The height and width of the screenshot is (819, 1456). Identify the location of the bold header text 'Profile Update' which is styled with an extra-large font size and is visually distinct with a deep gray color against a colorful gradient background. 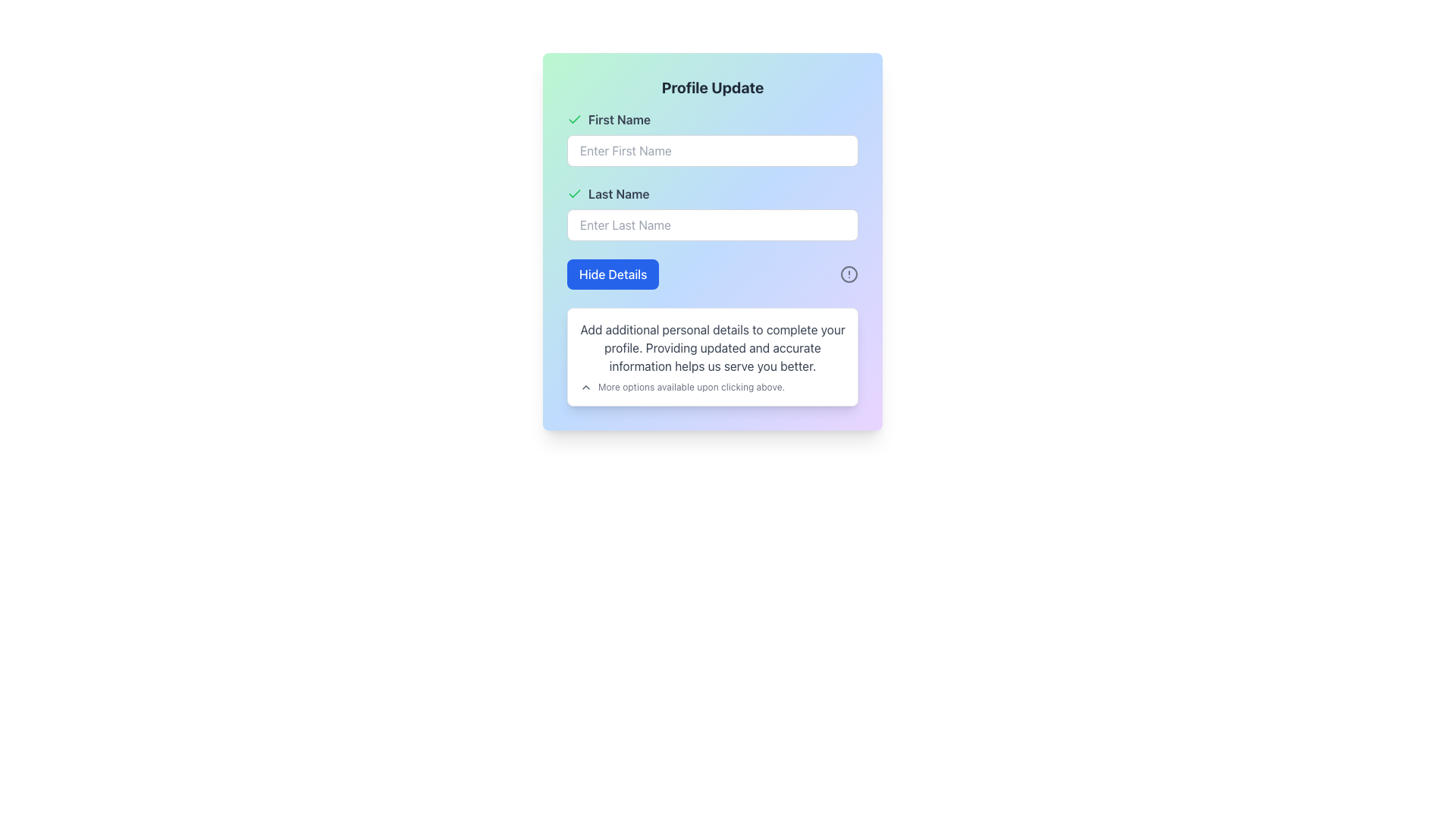
(712, 87).